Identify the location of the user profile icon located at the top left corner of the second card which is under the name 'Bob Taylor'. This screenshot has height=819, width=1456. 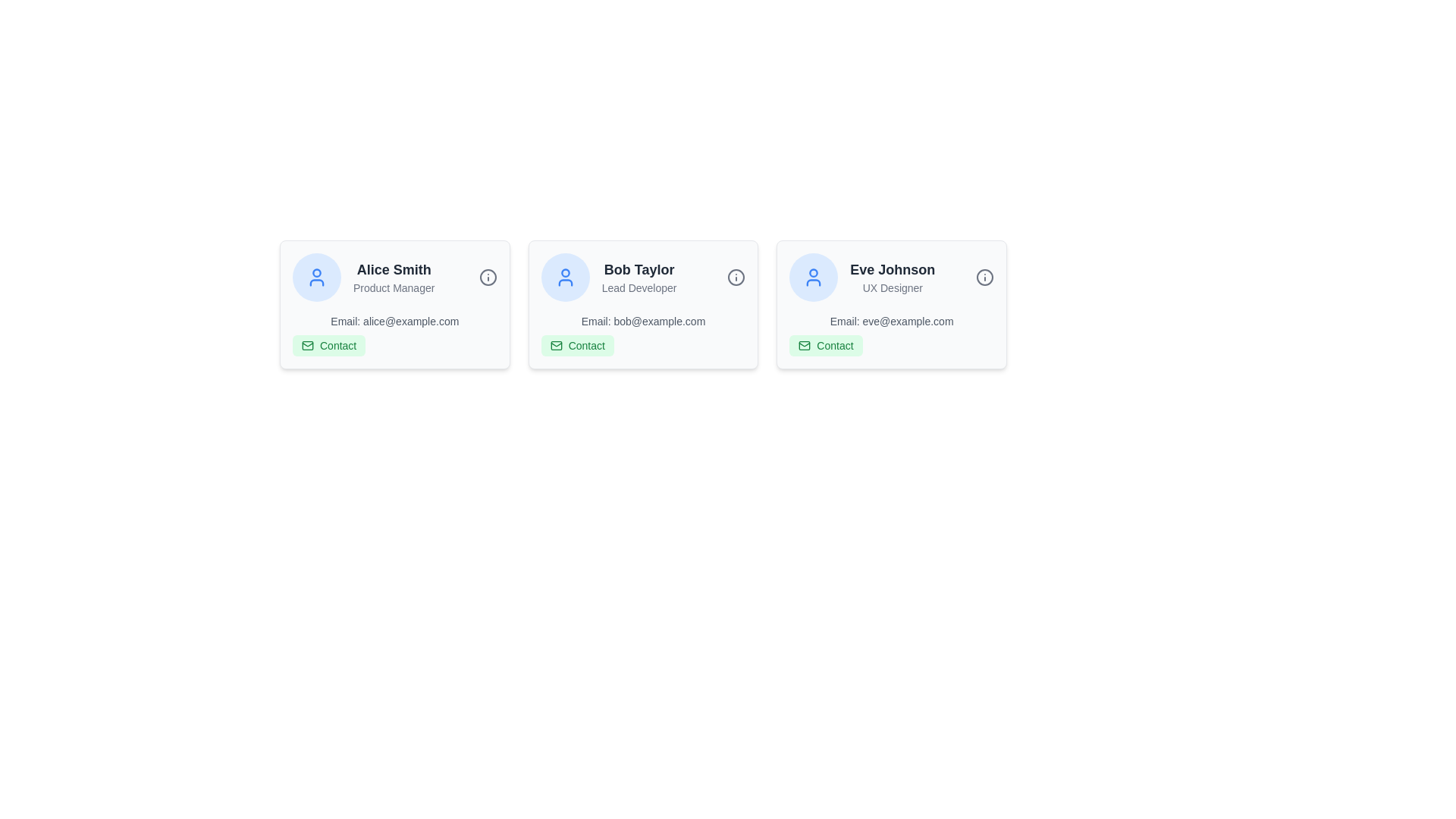
(564, 278).